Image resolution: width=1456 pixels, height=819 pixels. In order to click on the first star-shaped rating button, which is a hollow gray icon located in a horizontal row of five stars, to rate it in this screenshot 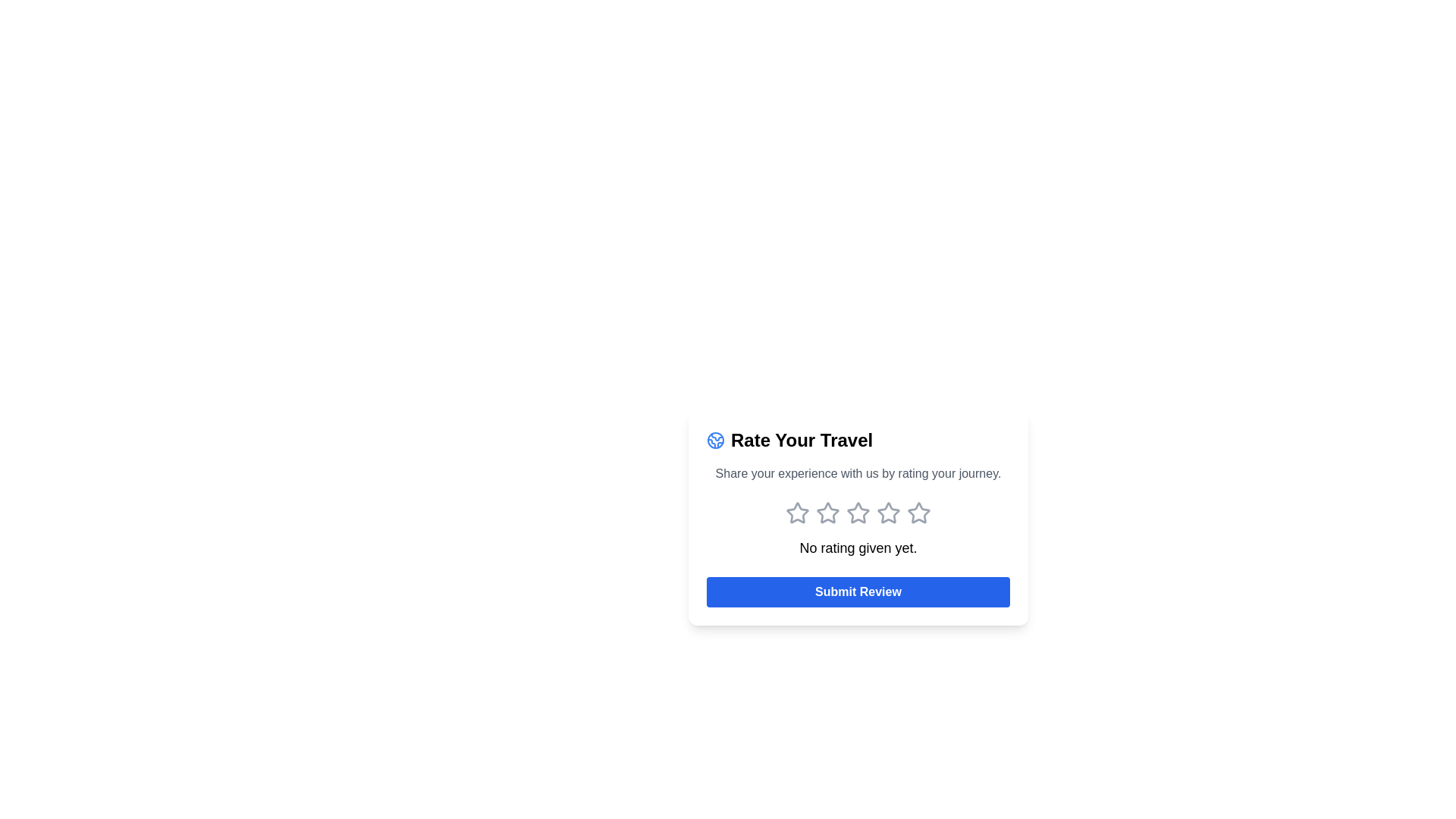, I will do `click(796, 513)`.